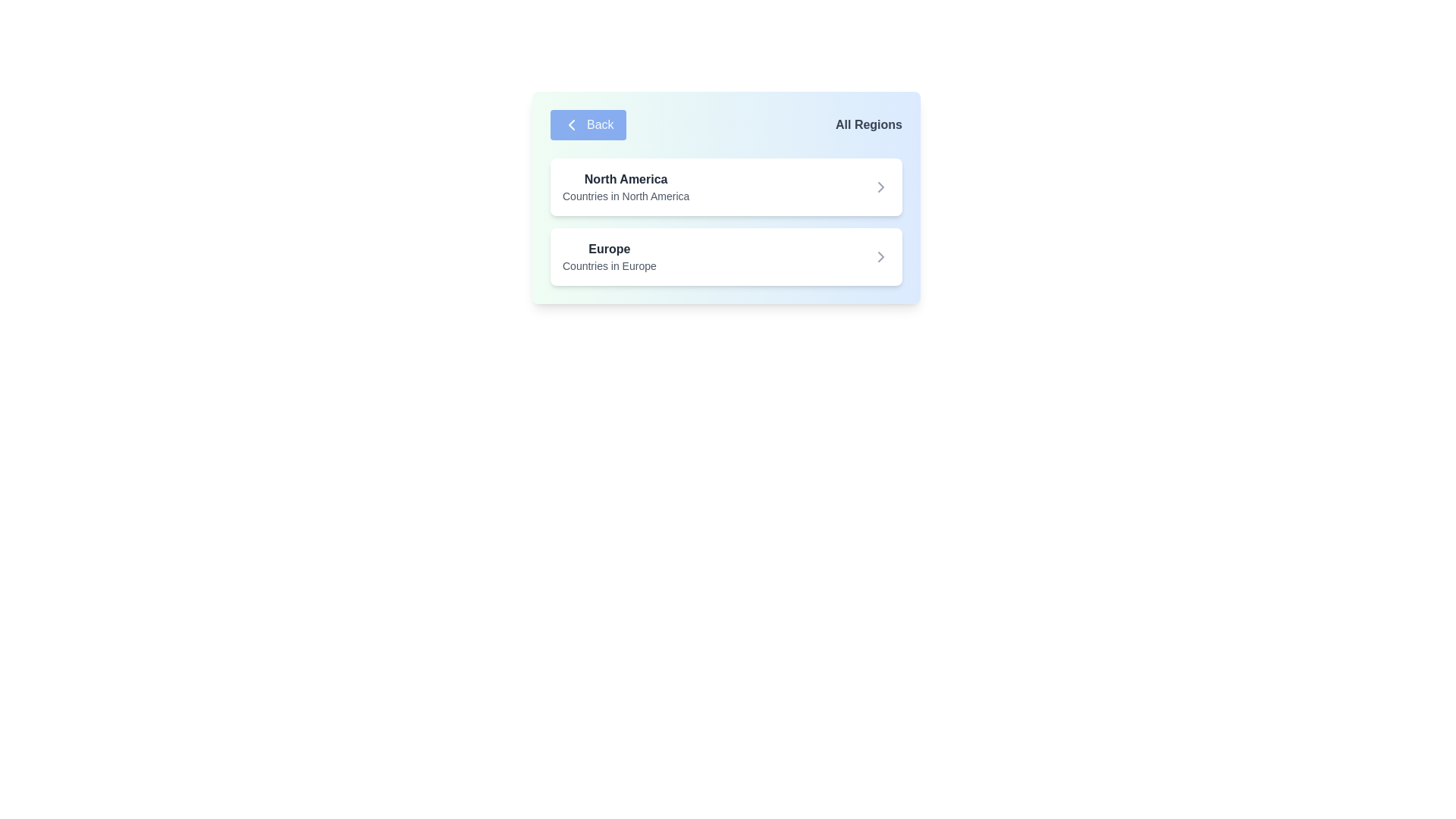  What do you see at coordinates (570, 124) in the screenshot?
I see `the chevron icon on the leftmost side of the 'Back' button` at bounding box center [570, 124].